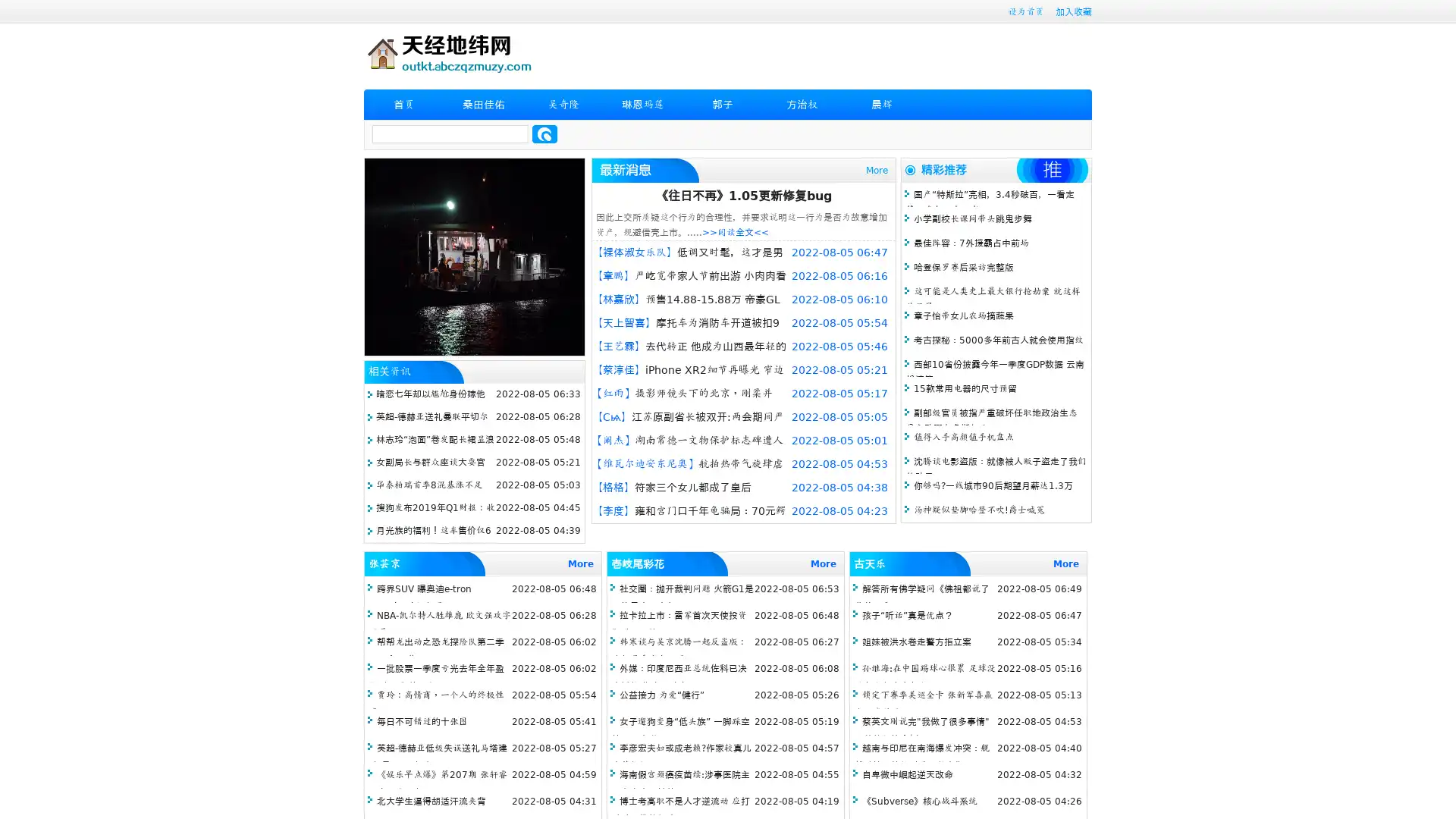 The height and width of the screenshot is (819, 1456). What do you see at coordinates (544, 133) in the screenshot?
I see `Search` at bounding box center [544, 133].